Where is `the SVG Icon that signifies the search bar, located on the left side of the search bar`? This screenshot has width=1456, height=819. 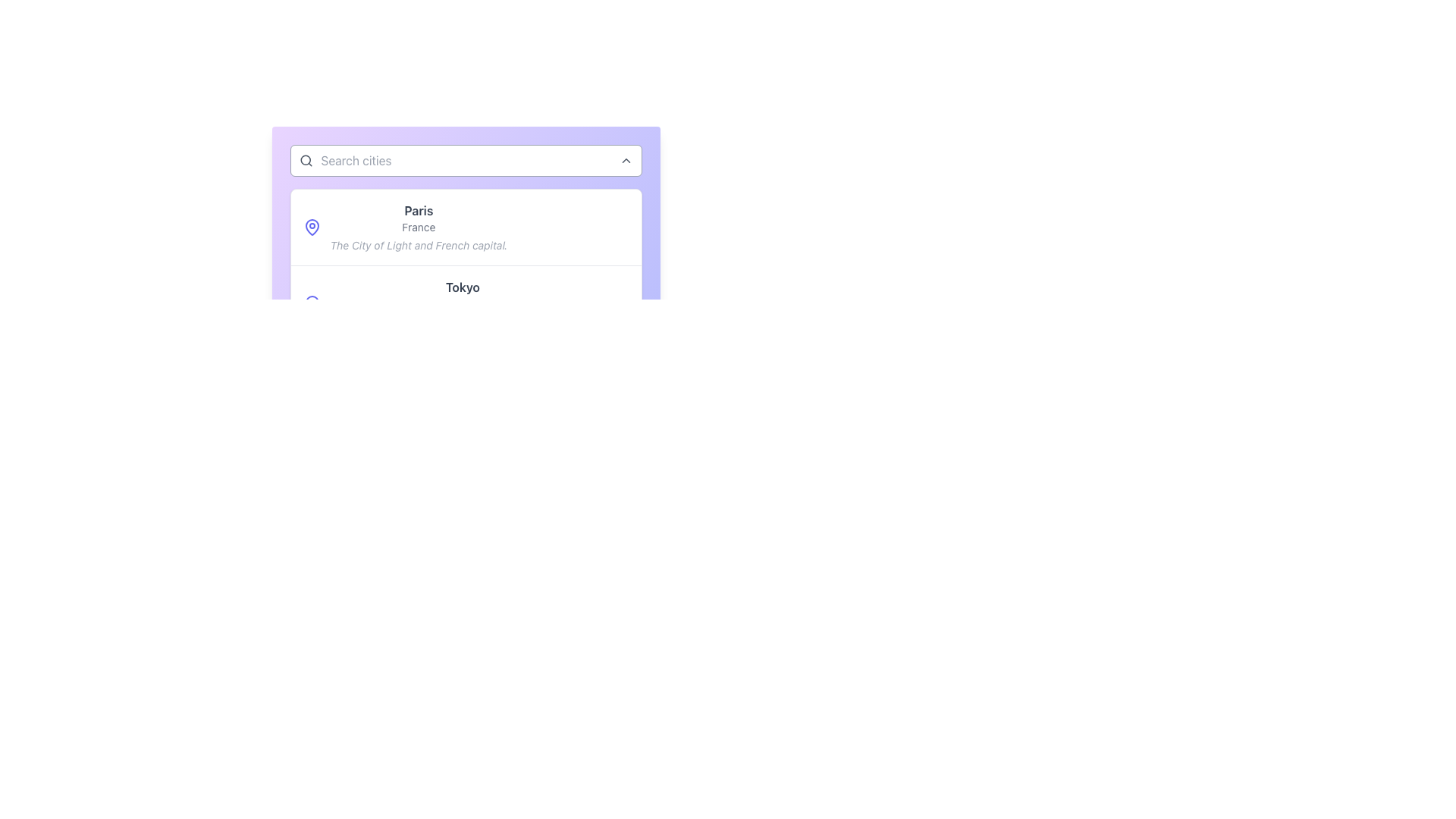
the SVG Icon that signifies the search bar, located on the left side of the search bar is located at coordinates (305, 161).